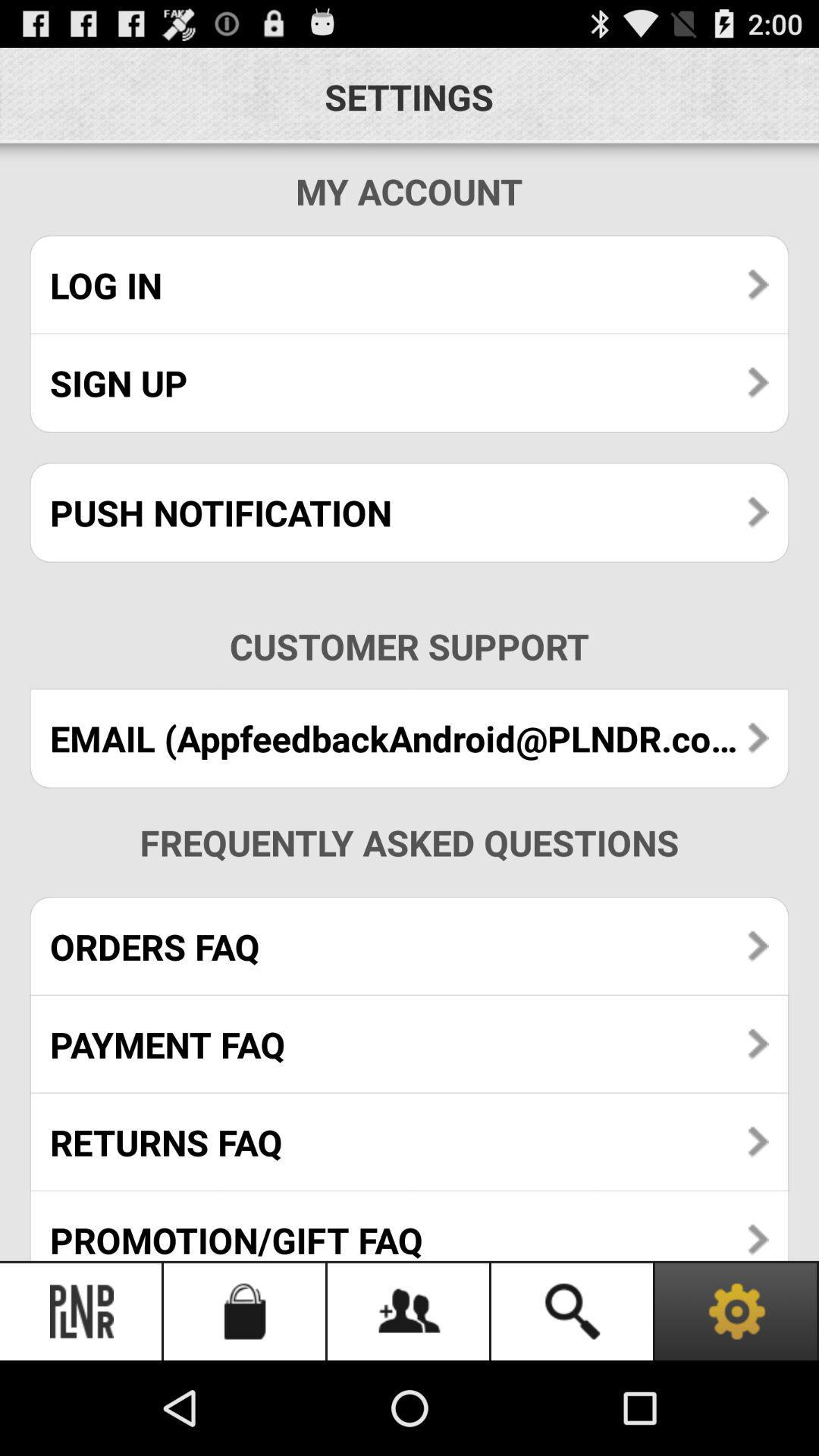 The height and width of the screenshot is (1456, 819). Describe the element at coordinates (409, 1225) in the screenshot. I see `icon below returns faq` at that location.